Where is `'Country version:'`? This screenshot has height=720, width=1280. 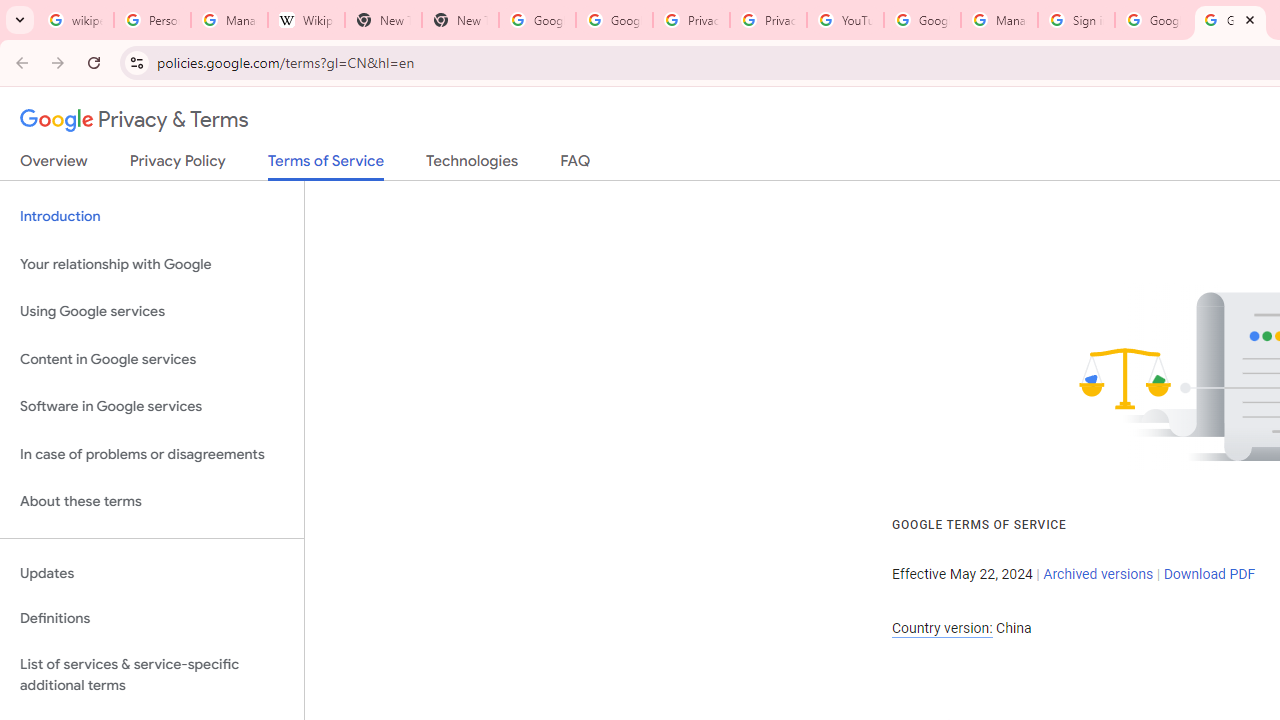 'Country version:' is located at coordinates (941, 627).